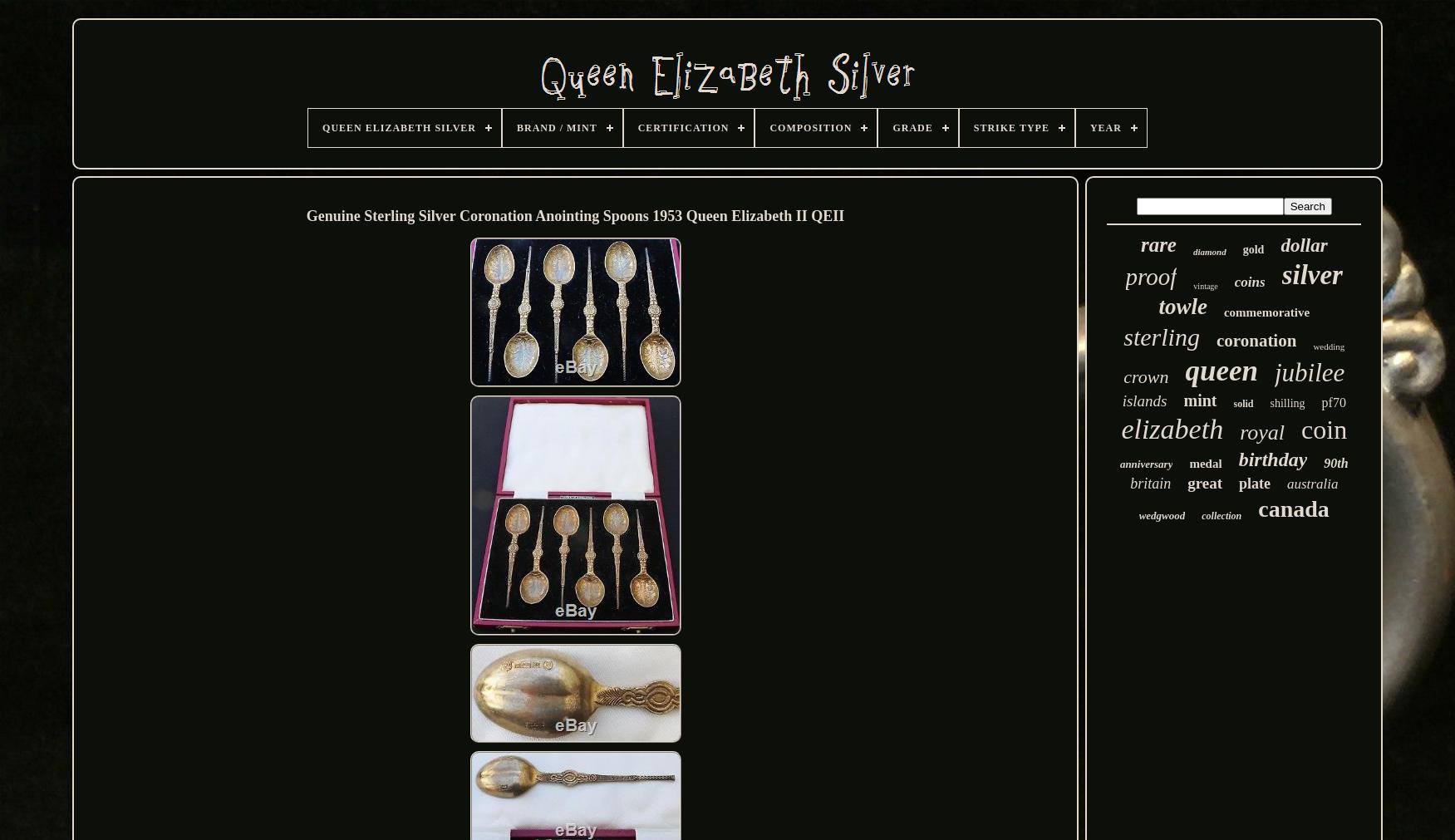  I want to click on 'towle', so click(1182, 306).